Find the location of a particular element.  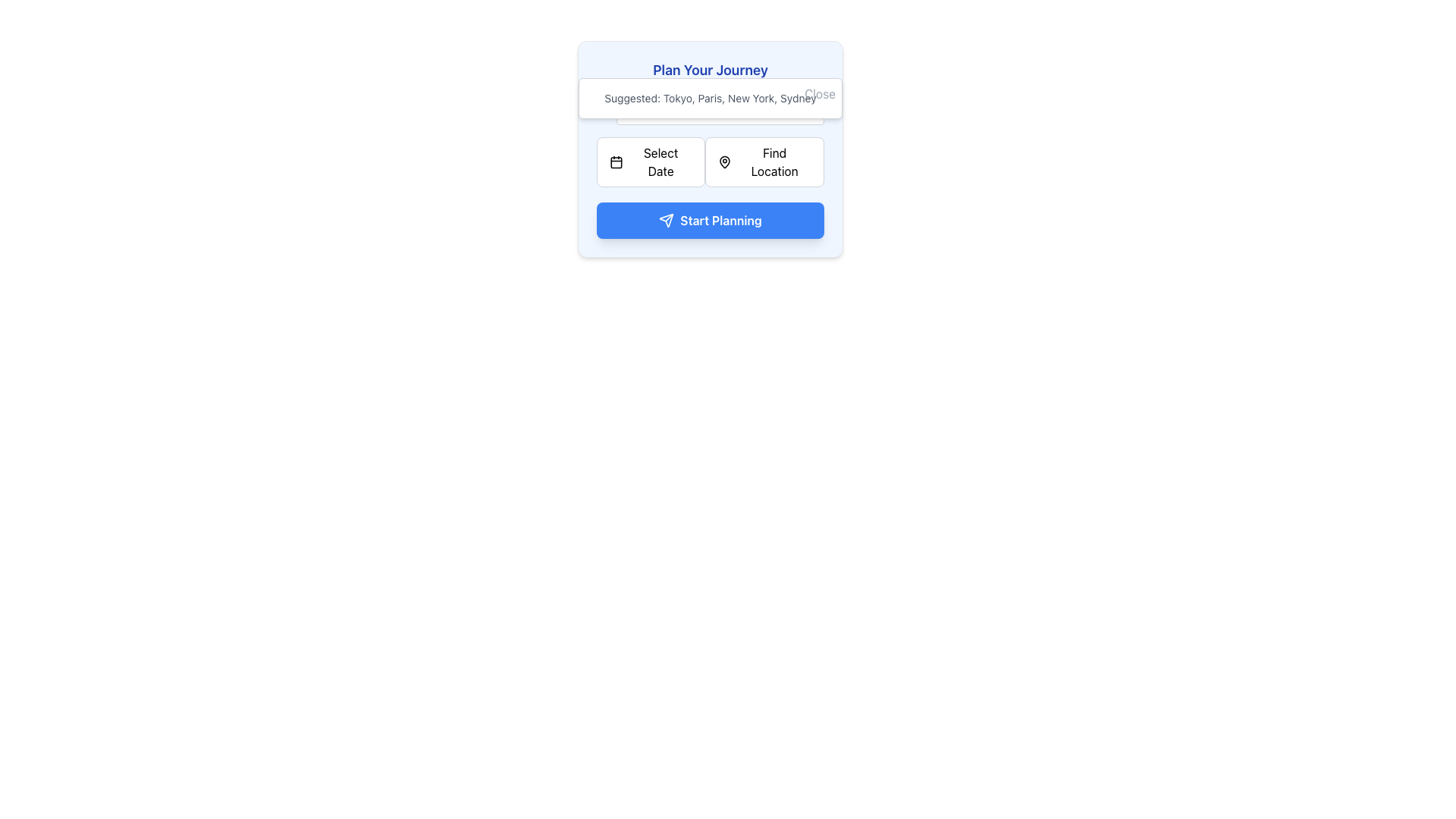

the SVG icon resembling a paper airplane, which is part of the 'Start Planning' button area, to indicate an action related to sending a message or submitting a form is located at coordinates (667, 220).